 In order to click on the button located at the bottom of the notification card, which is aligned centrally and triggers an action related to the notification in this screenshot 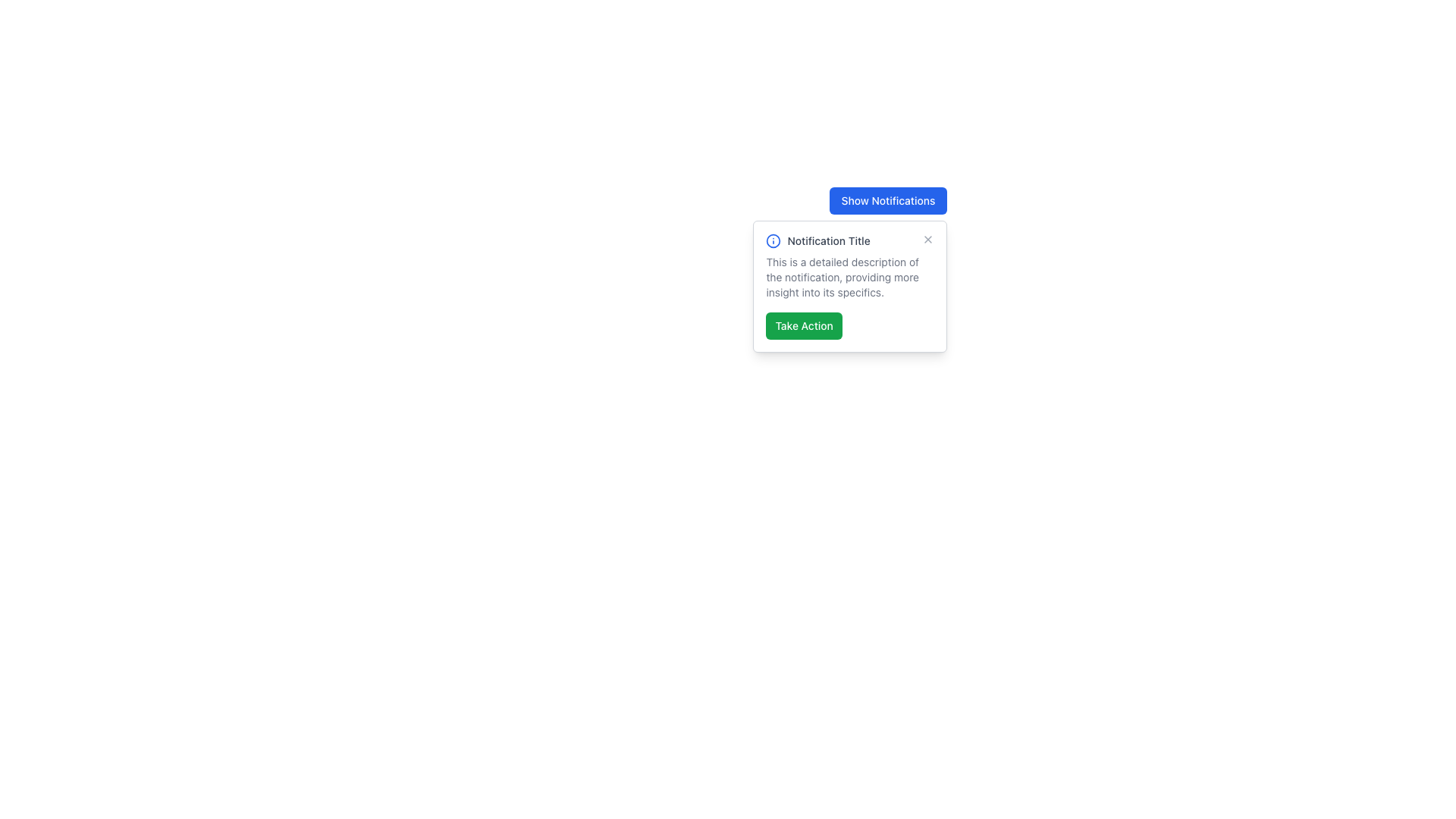, I will do `click(803, 325)`.